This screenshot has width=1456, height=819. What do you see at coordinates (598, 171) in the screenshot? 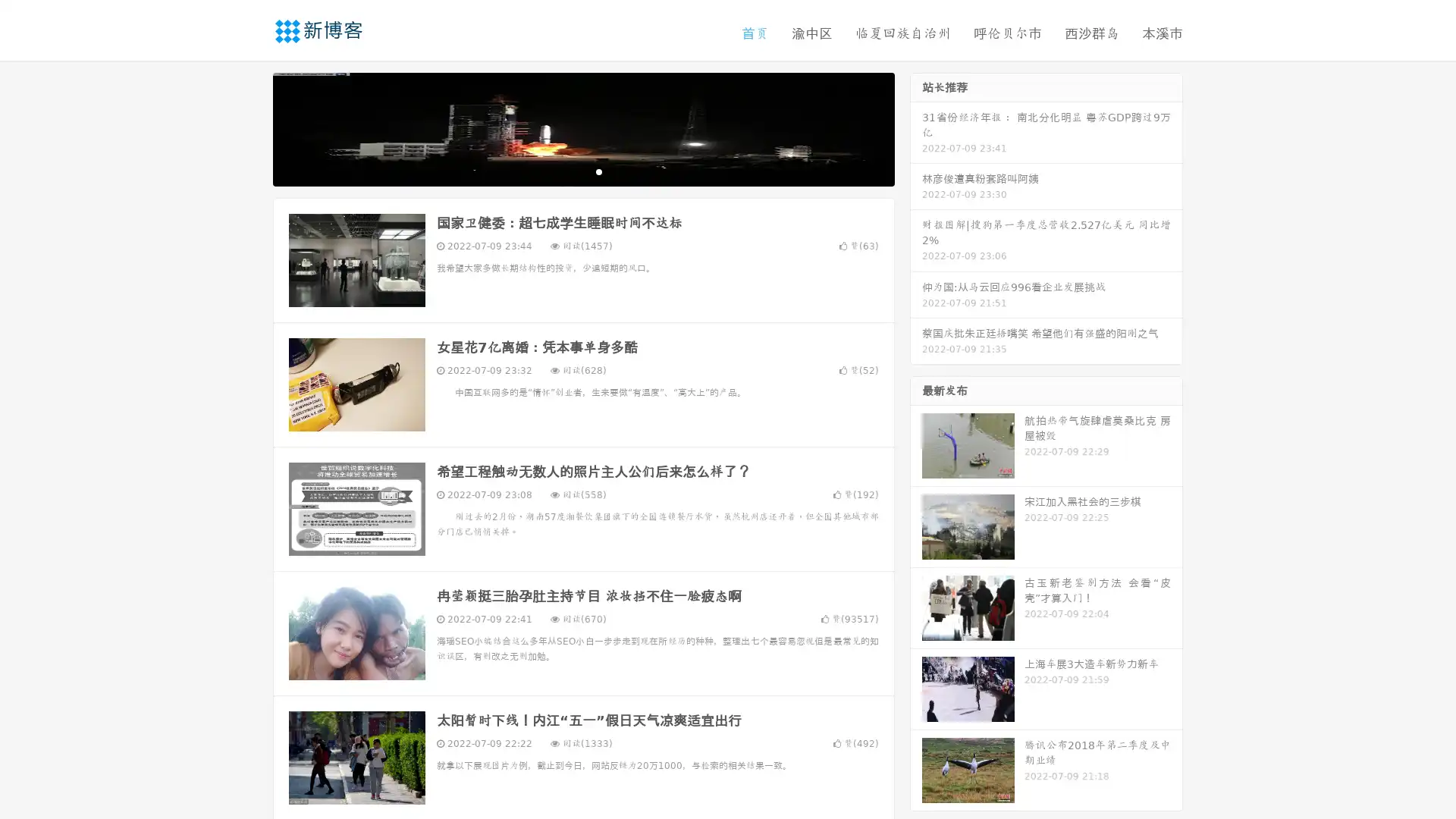
I see `Go to slide 3` at bounding box center [598, 171].